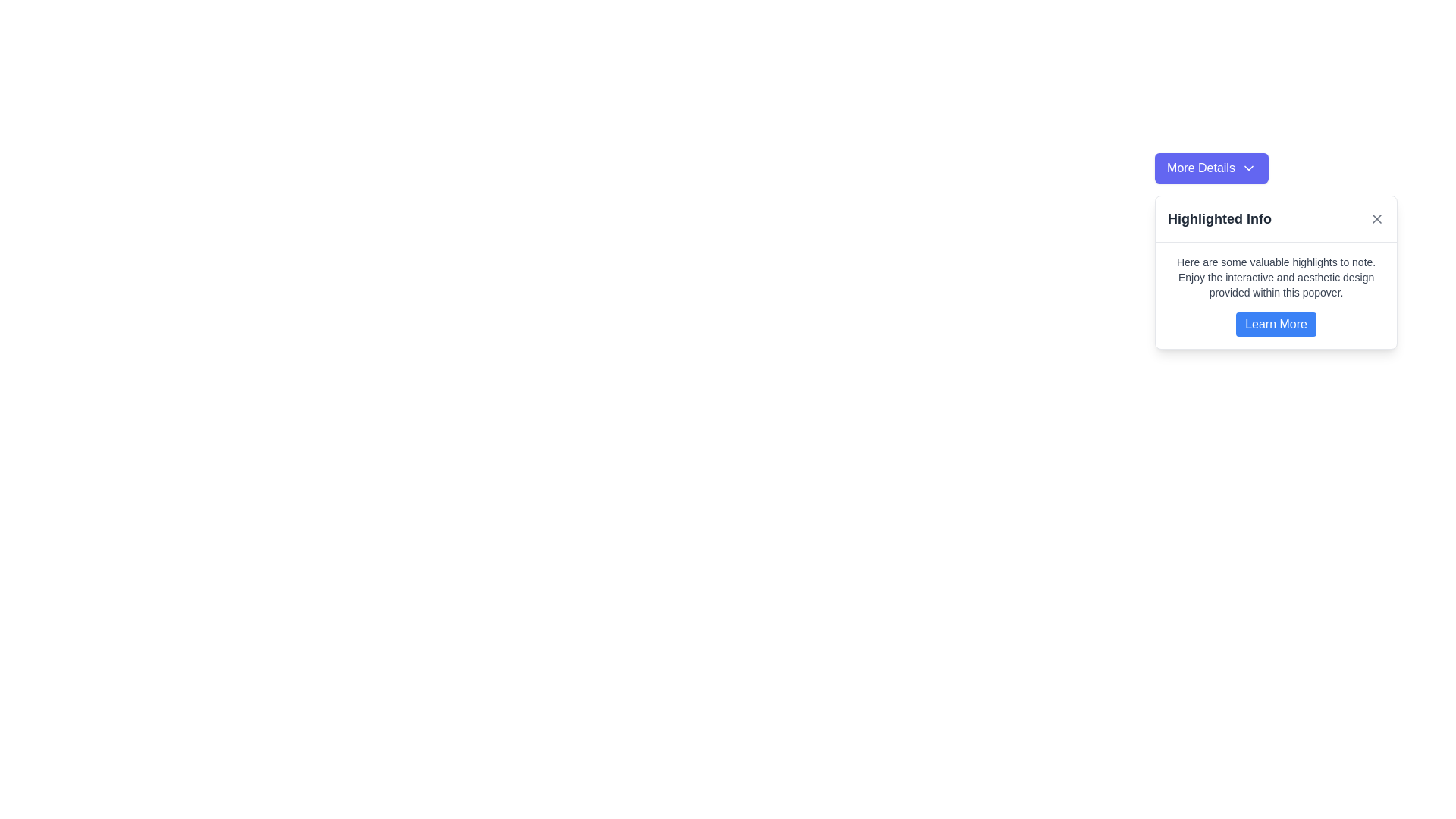 The height and width of the screenshot is (819, 1456). Describe the element at coordinates (1377, 219) in the screenshot. I see `the close icon in the top-right corner of the 'Highlighted Info' tooltip` at that location.